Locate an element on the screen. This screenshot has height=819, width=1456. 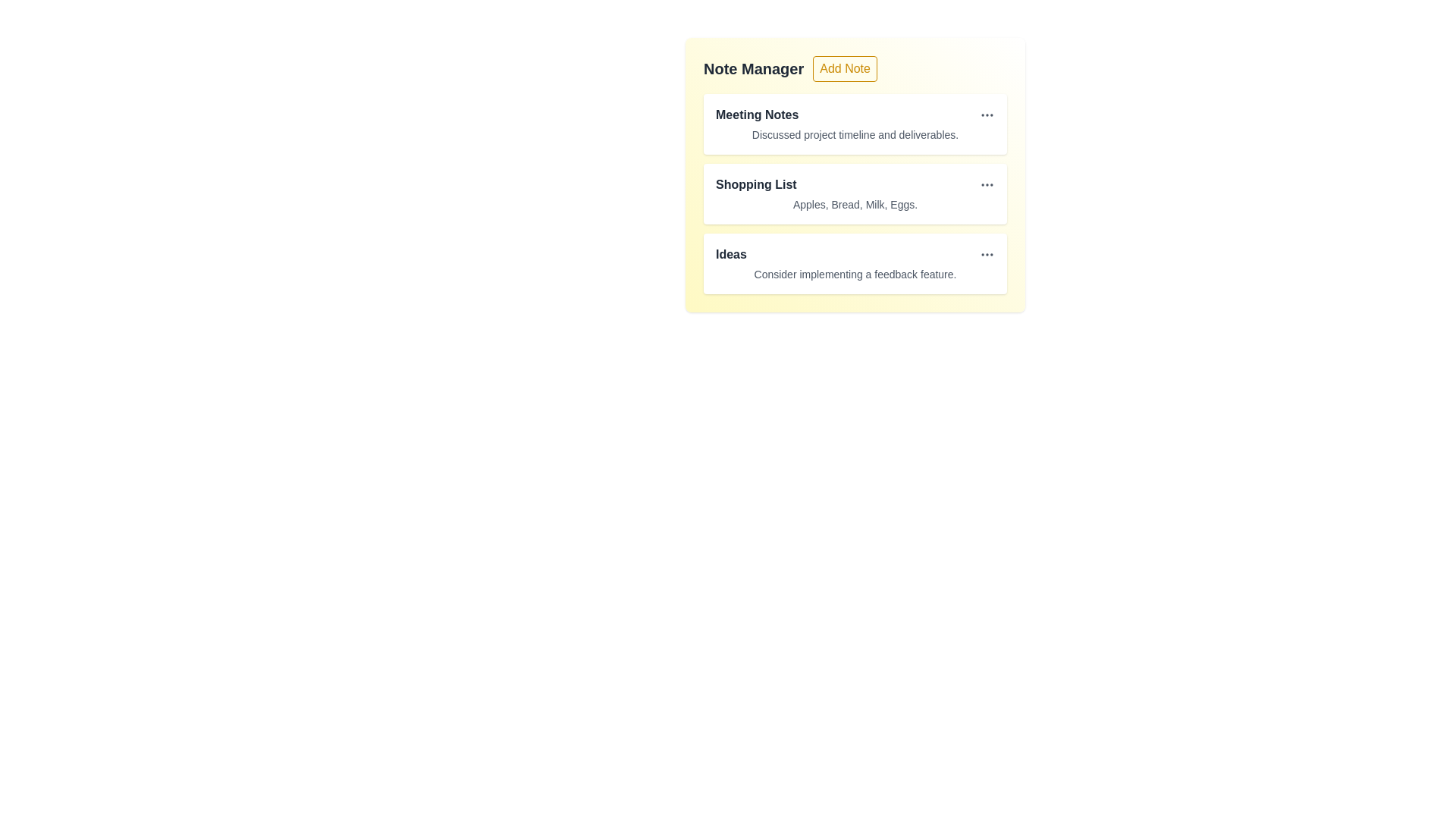
the 'MoreHorizontal' icon next to the note titled 'Shopping List' is located at coordinates (987, 184).